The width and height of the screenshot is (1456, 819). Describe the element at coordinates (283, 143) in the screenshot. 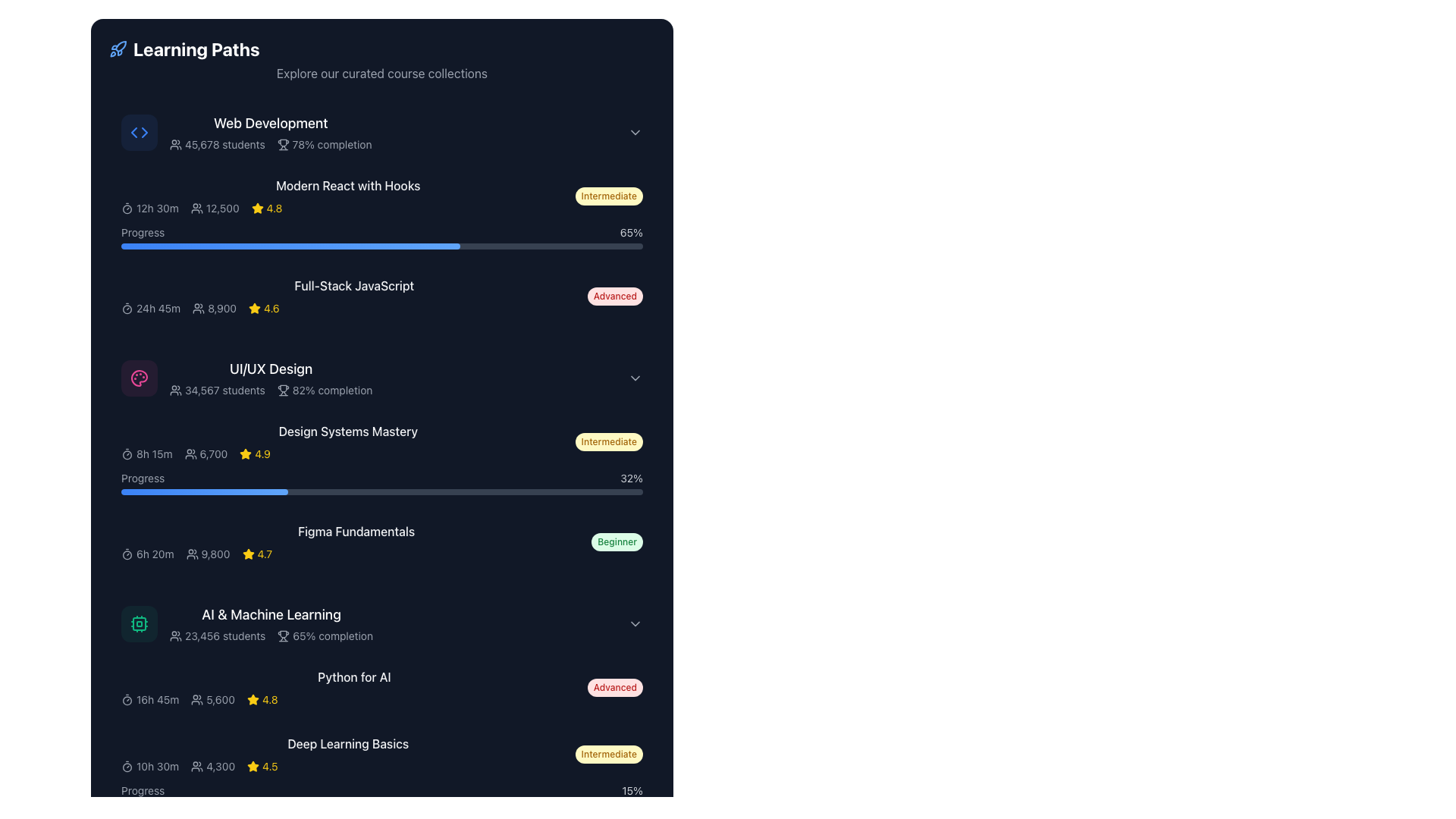

I see `the trophy icon representing achievement in the 'Web Development' section under the 'Learning Paths' header, located at the specified coordinates` at that location.